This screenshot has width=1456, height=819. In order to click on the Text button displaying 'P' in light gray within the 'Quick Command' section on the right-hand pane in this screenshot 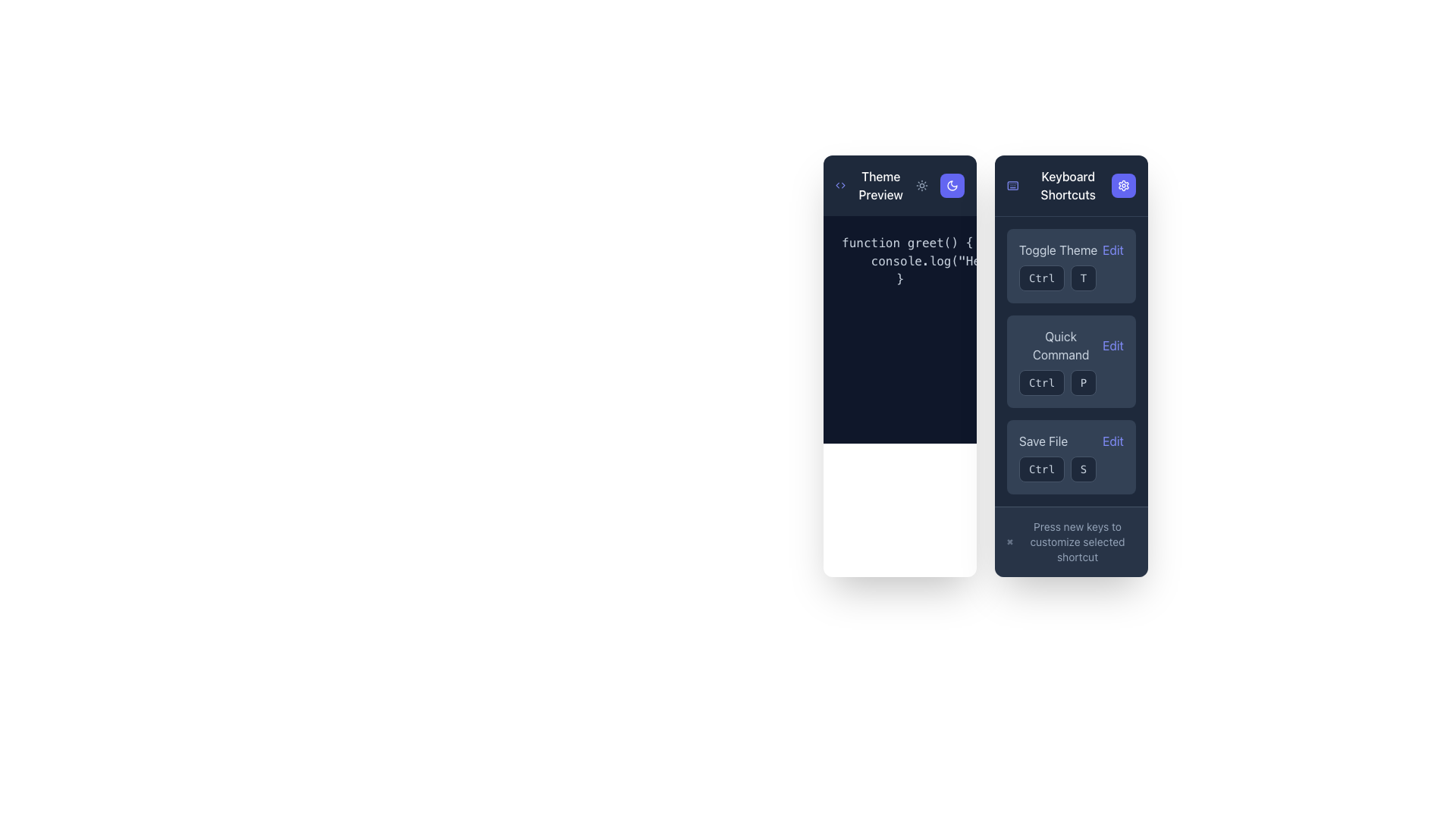, I will do `click(1082, 382)`.